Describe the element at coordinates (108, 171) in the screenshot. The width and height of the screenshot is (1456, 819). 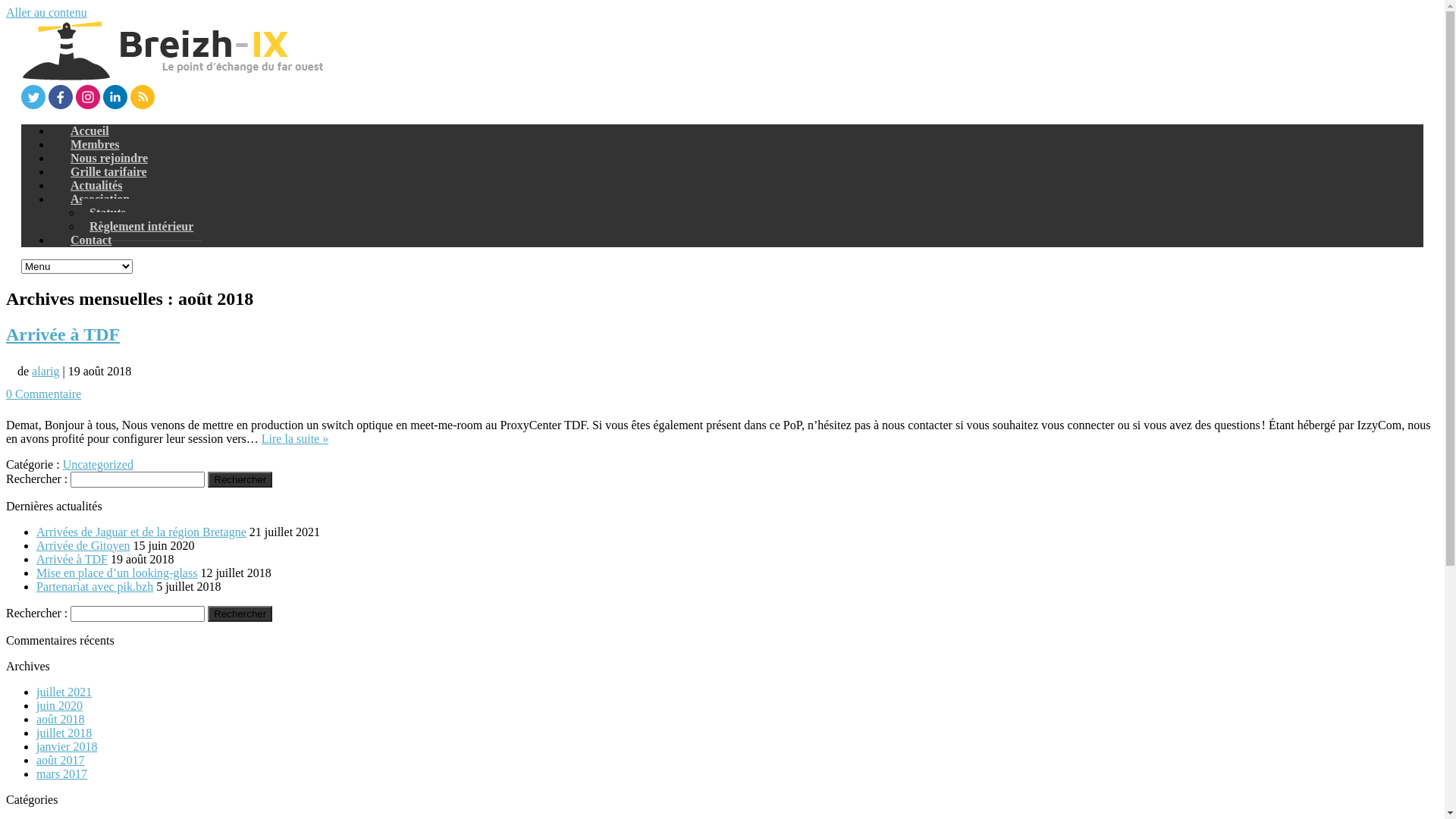
I see `'Grille tarifaire'` at that location.